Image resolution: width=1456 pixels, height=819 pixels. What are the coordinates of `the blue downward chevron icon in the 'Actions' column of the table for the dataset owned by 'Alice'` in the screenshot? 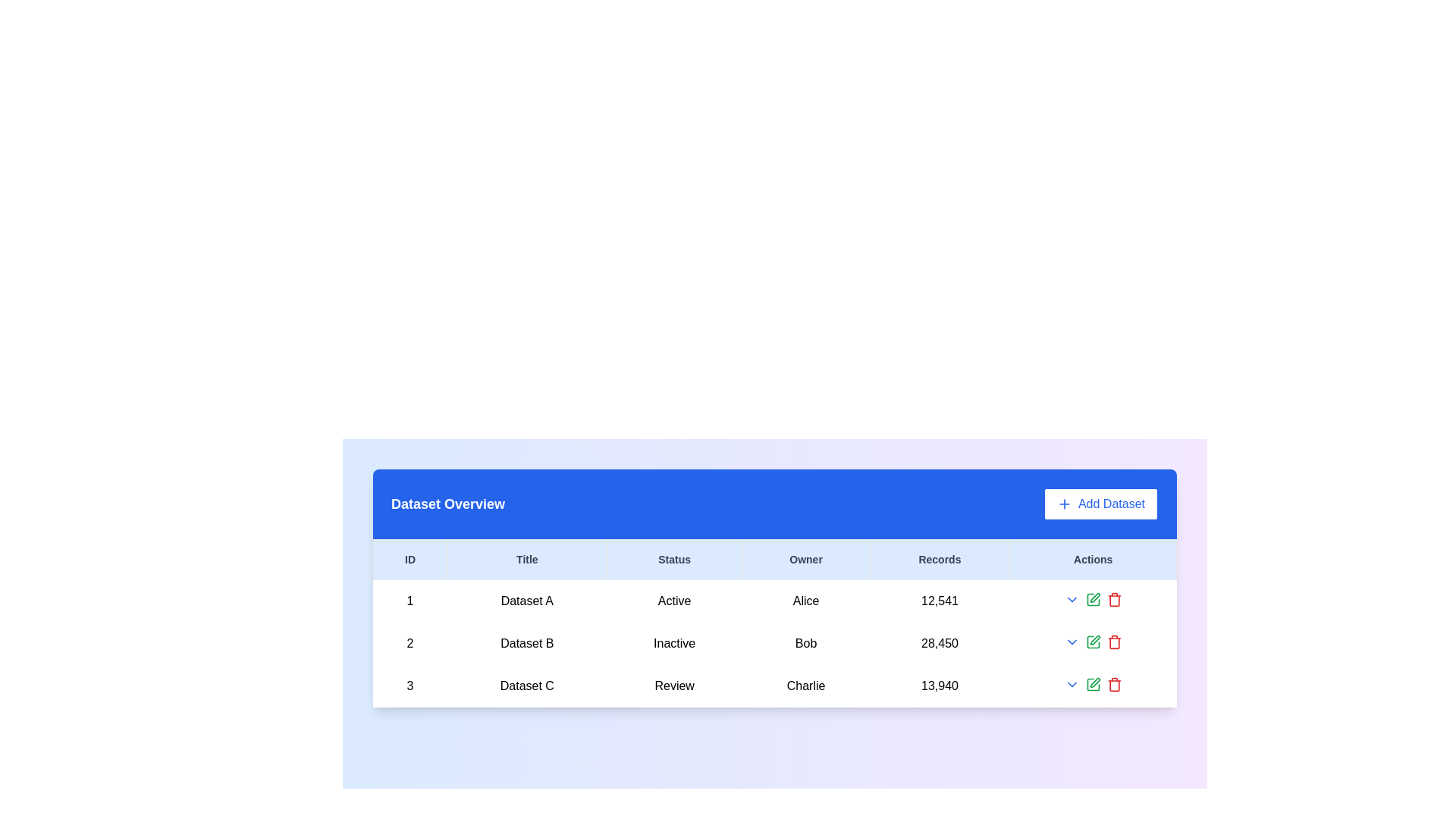 It's located at (1071, 598).